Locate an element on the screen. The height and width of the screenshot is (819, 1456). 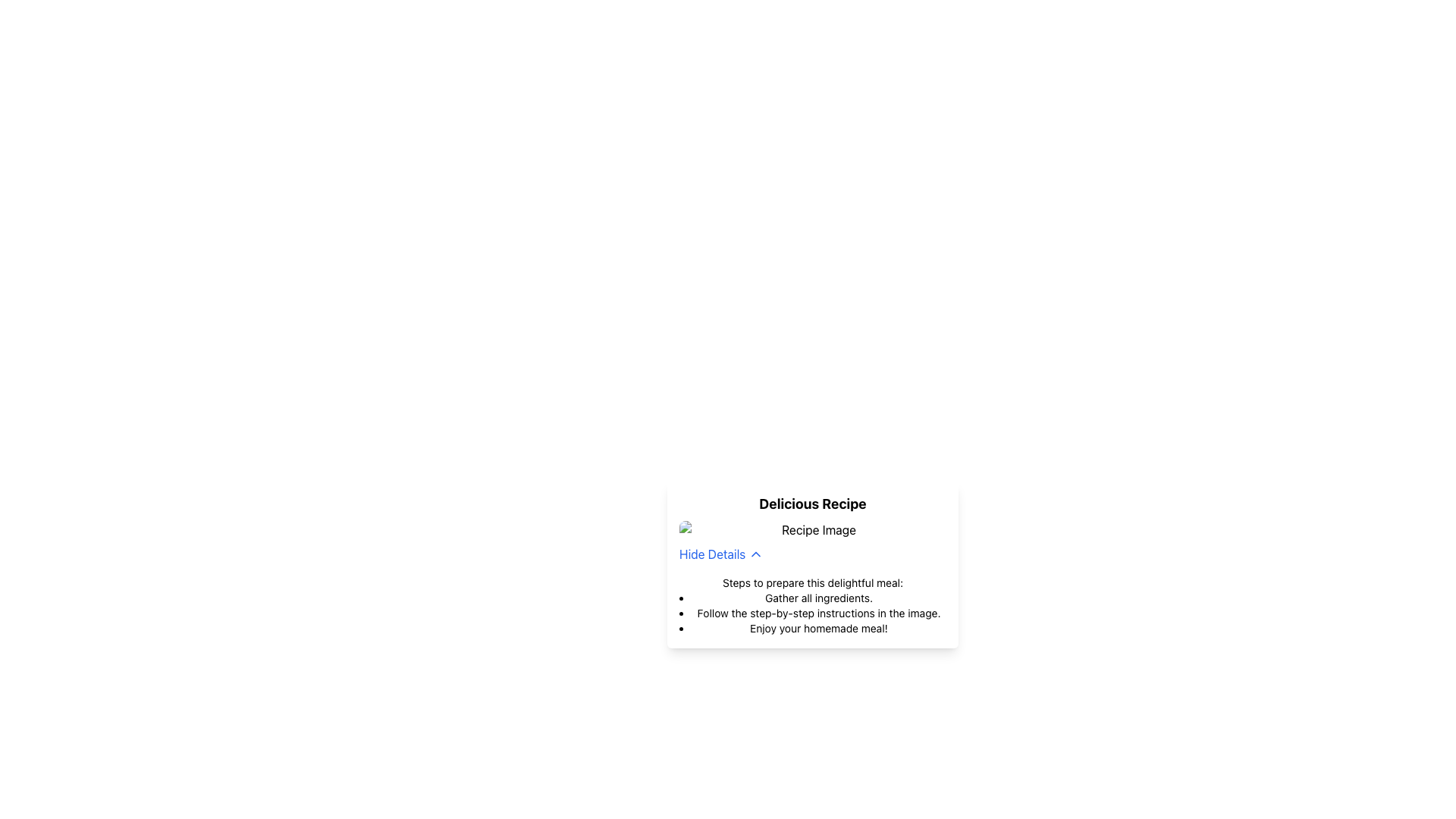
instructions from the bulleted list containing the items: 'Gather all ingredients.', 'Follow the step-by-step instructions in the image.', and 'Enjoy your homemade meal!' is located at coordinates (811, 613).